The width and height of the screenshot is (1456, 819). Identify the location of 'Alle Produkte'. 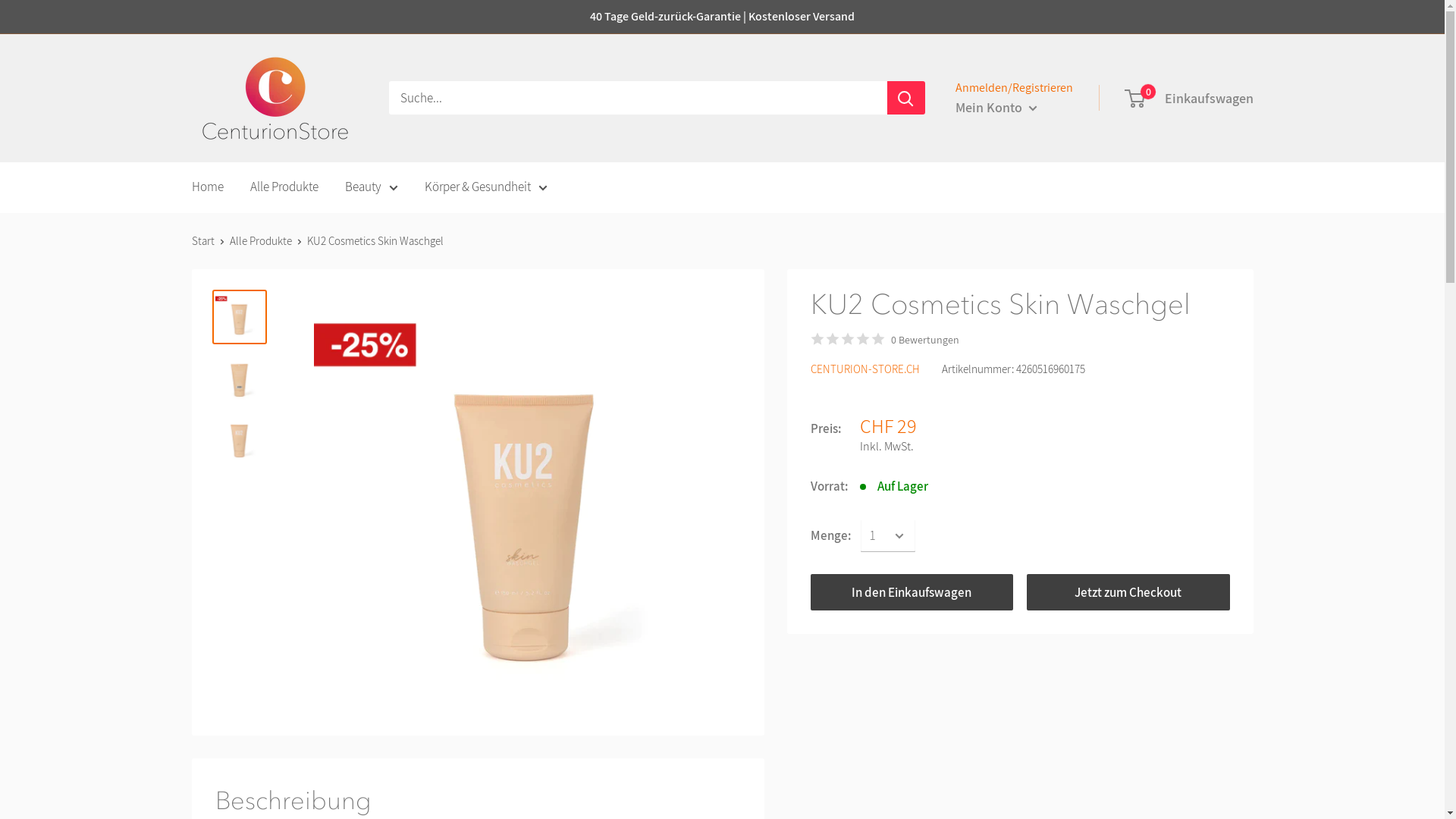
(284, 186).